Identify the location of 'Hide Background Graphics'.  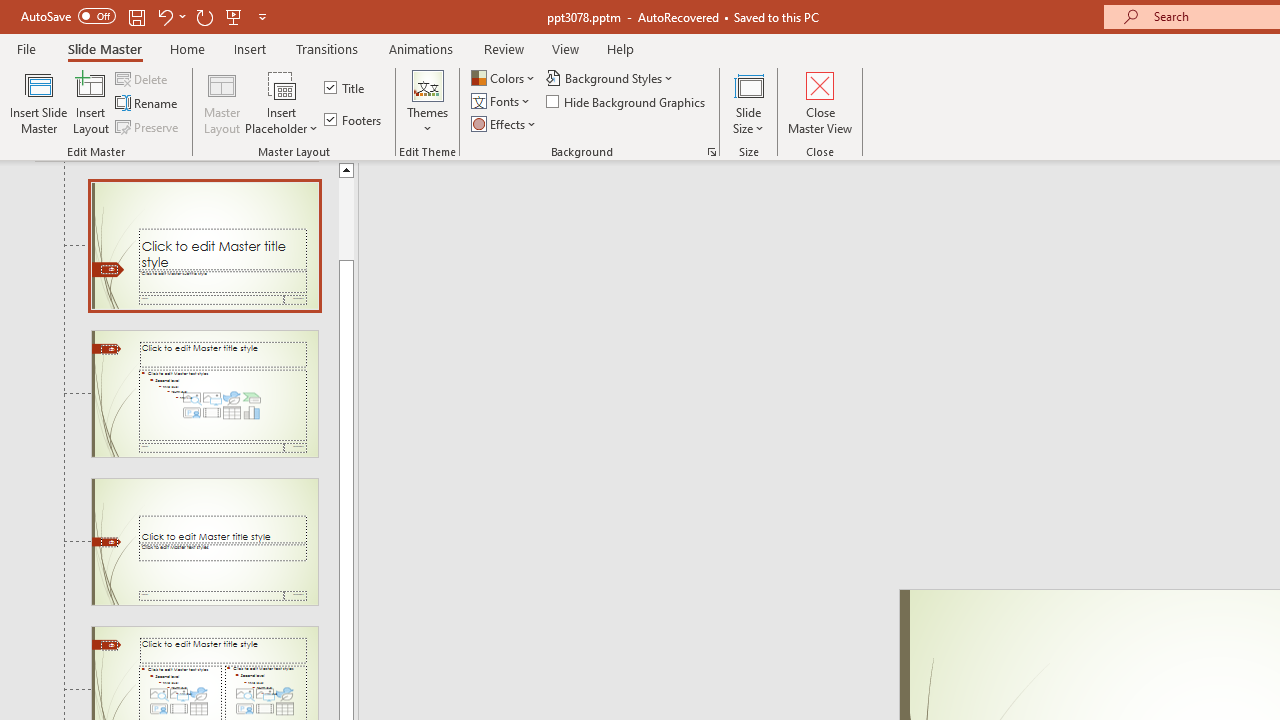
(626, 101).